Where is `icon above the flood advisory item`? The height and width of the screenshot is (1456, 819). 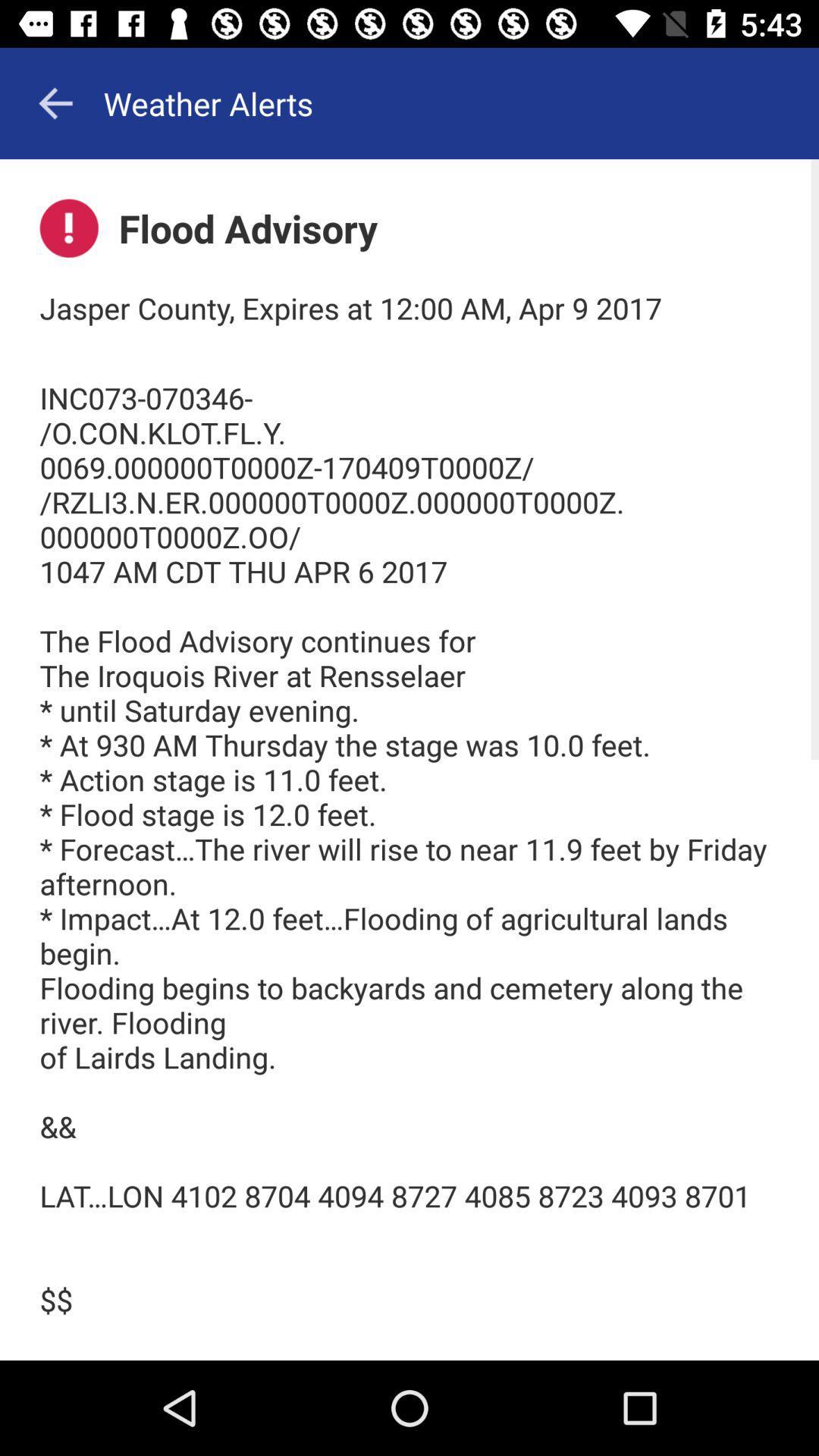
icon above the flood advisory item is located at coordinates (55, 102).